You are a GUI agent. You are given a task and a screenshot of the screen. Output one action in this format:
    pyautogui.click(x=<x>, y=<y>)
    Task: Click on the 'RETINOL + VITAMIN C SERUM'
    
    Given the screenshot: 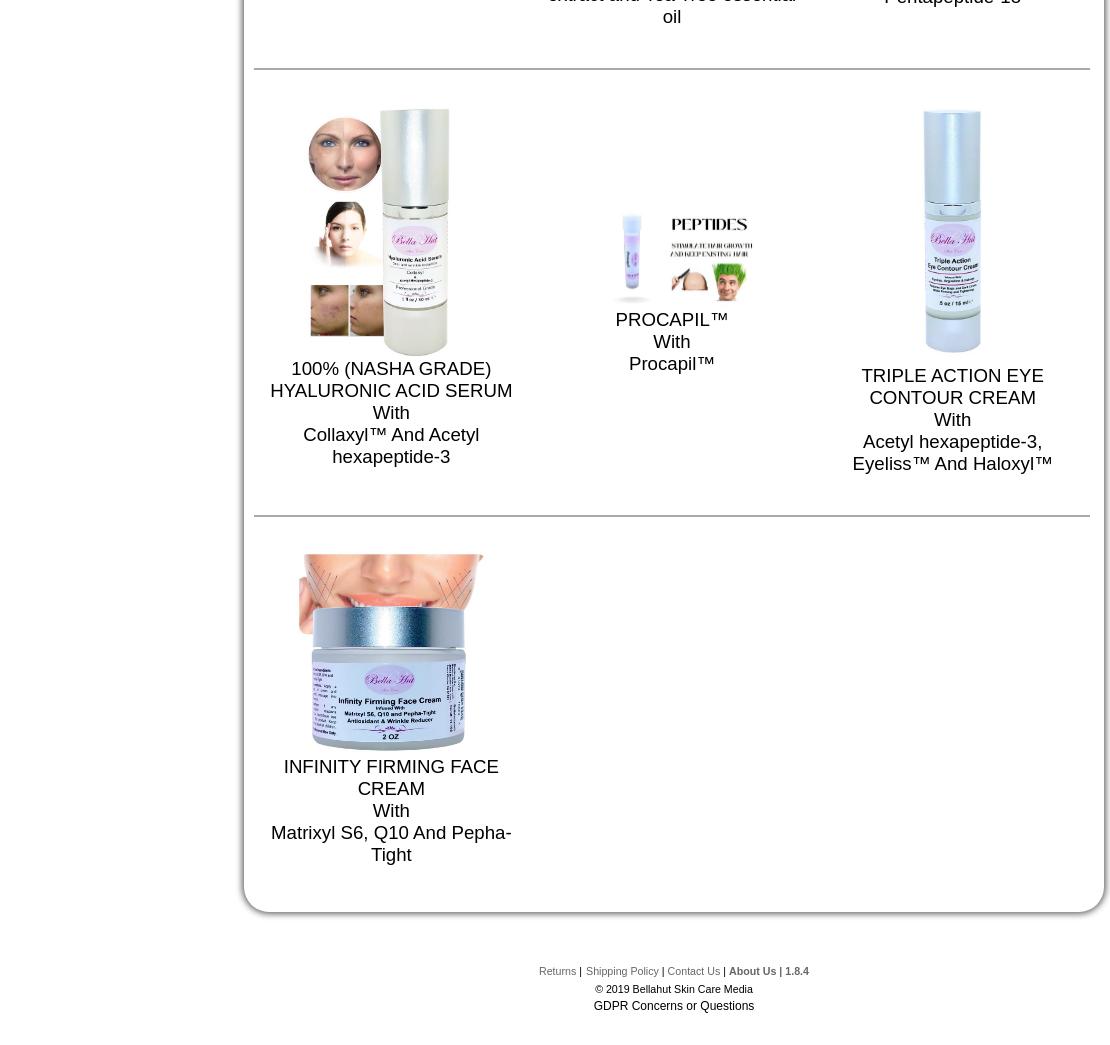 What is the action you would take?
    pyautogui.click(x=656, y=693)
    